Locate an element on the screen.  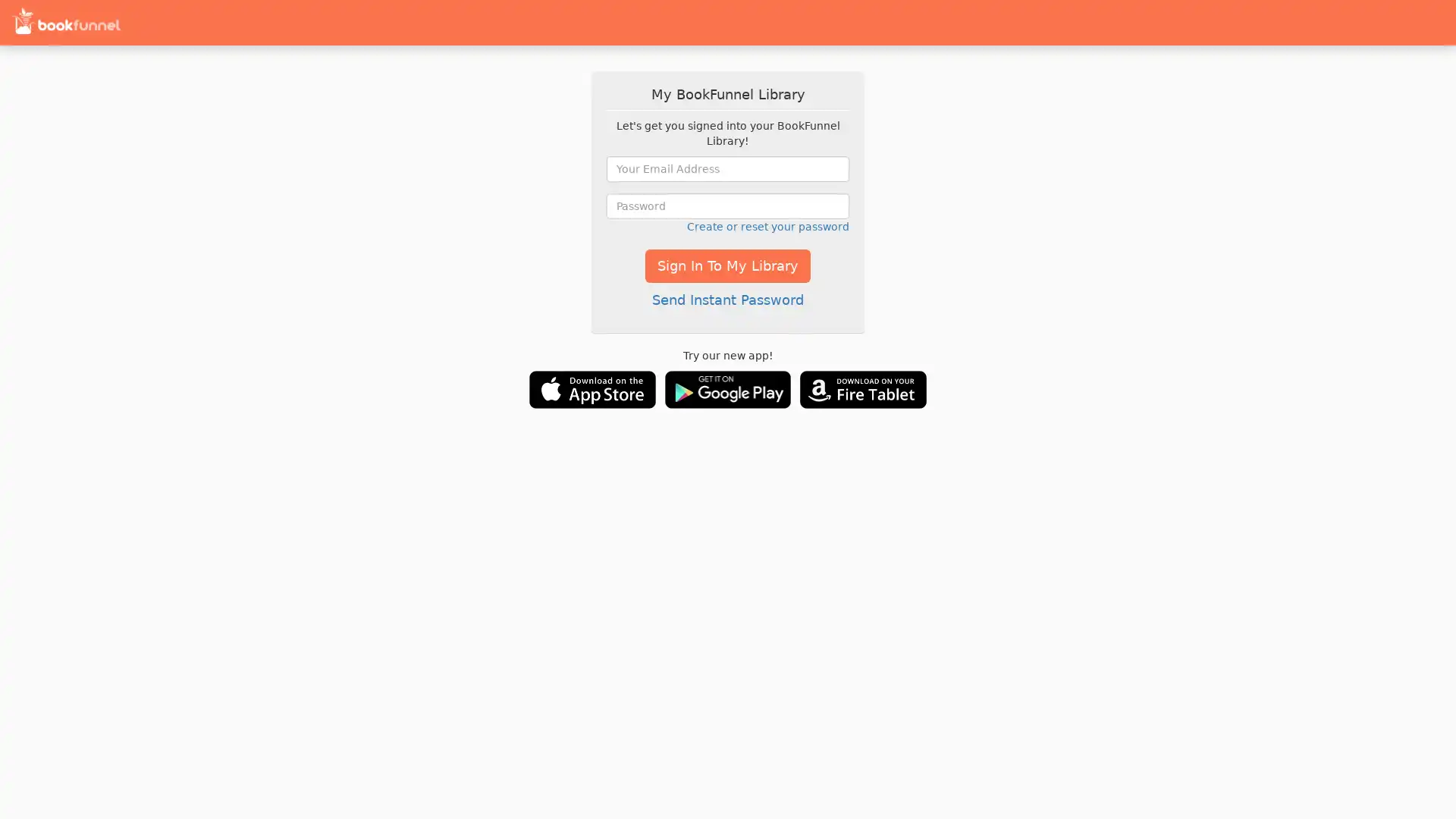
Sign In To My Library is located at coordinates (728, 265).